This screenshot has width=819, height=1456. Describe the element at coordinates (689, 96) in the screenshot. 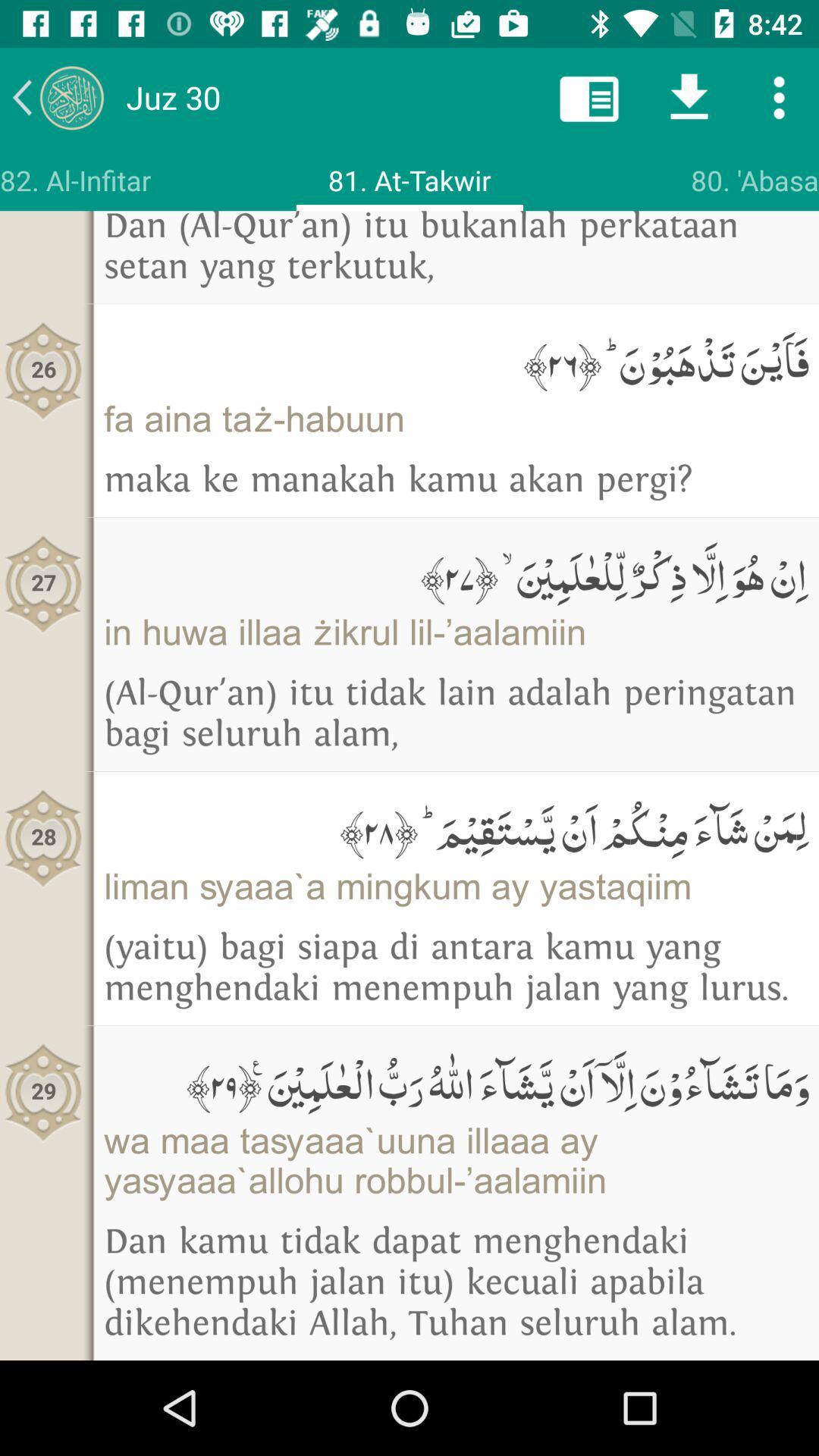

I see `the file_download icon` at that location.